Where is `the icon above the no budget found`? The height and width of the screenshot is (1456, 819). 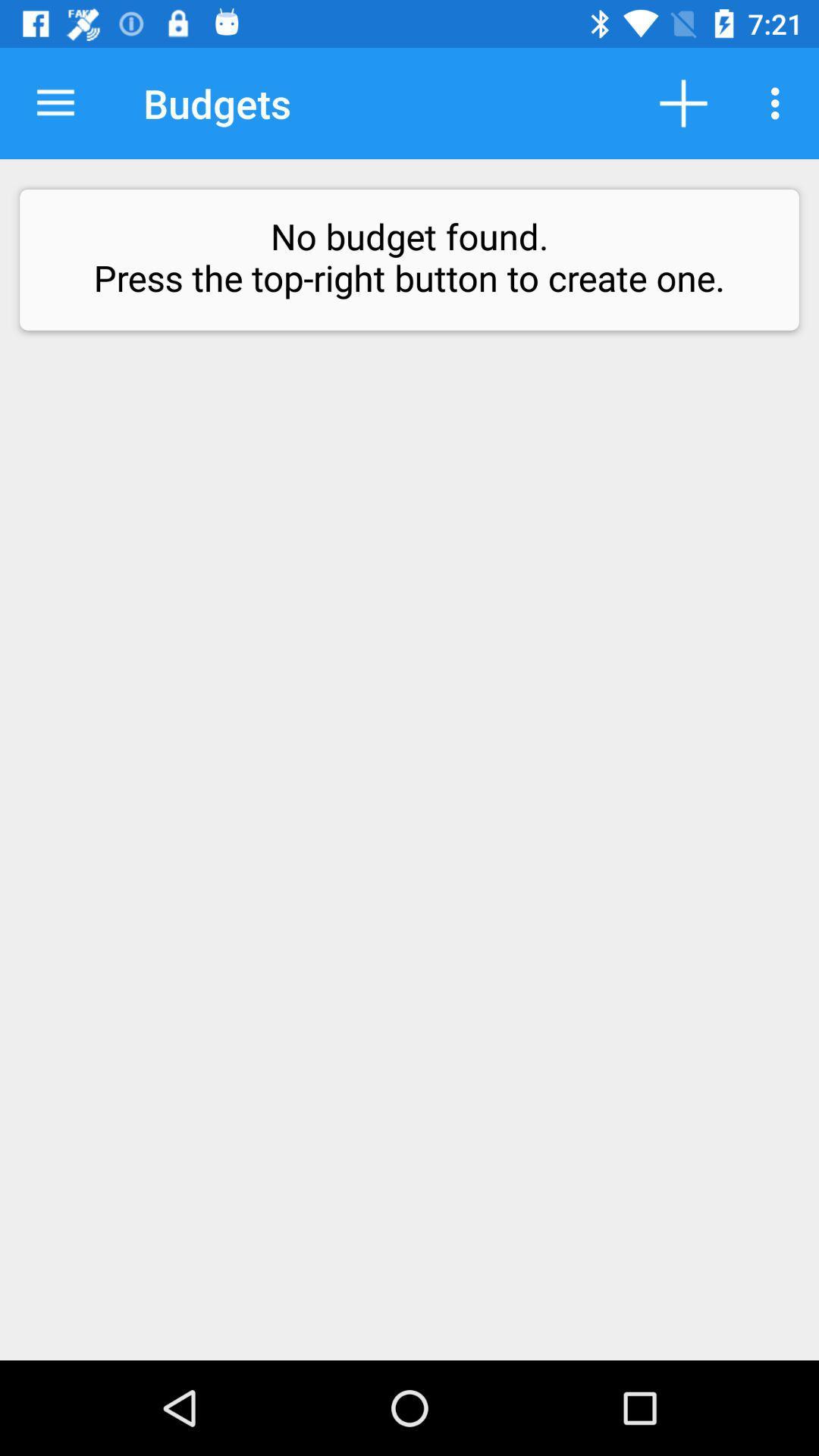 the icon above the no budget found is located at coordinates (55, 102).